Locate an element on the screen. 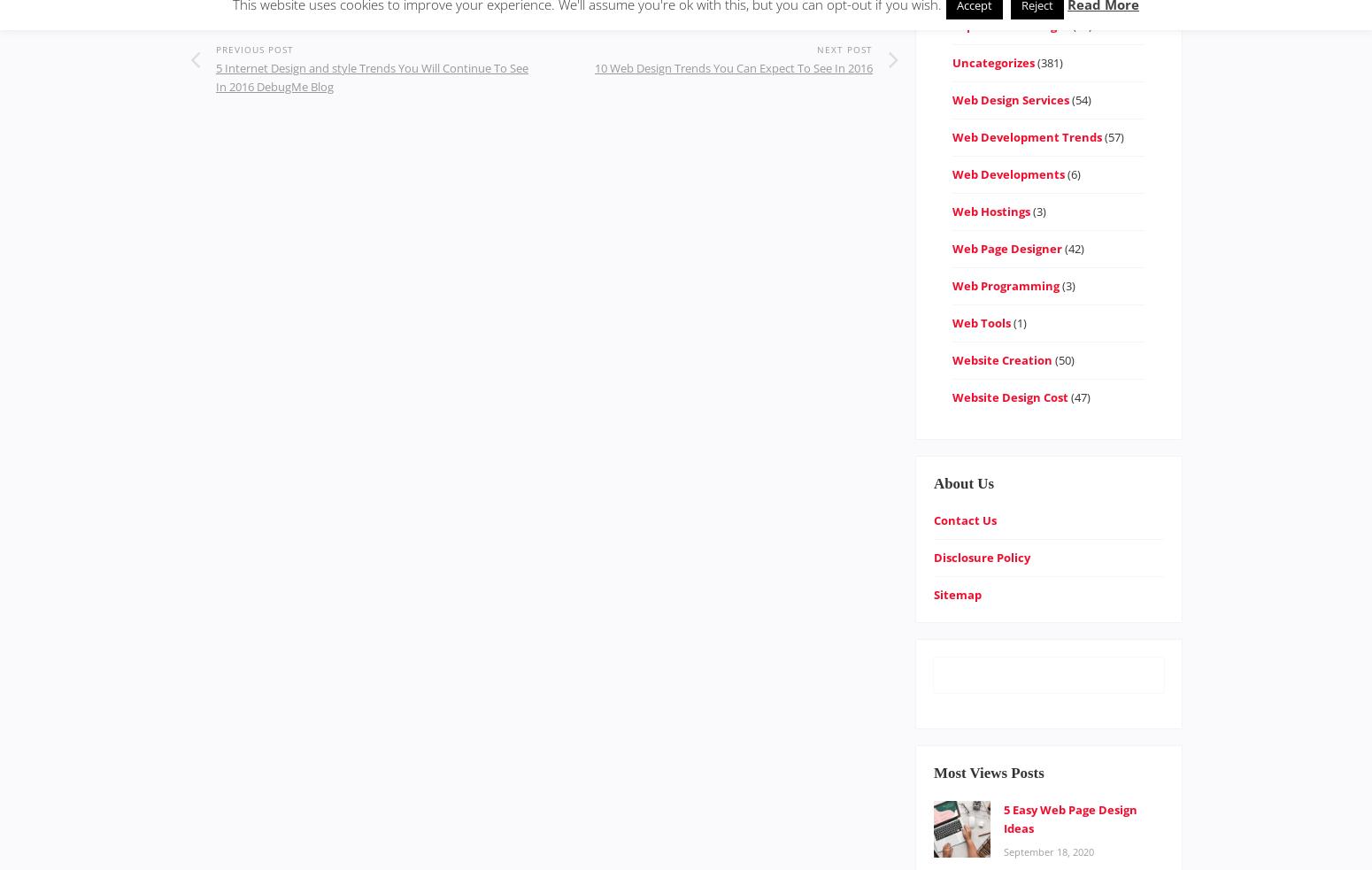  'Web Tools' is located at coordinates (979, 321).